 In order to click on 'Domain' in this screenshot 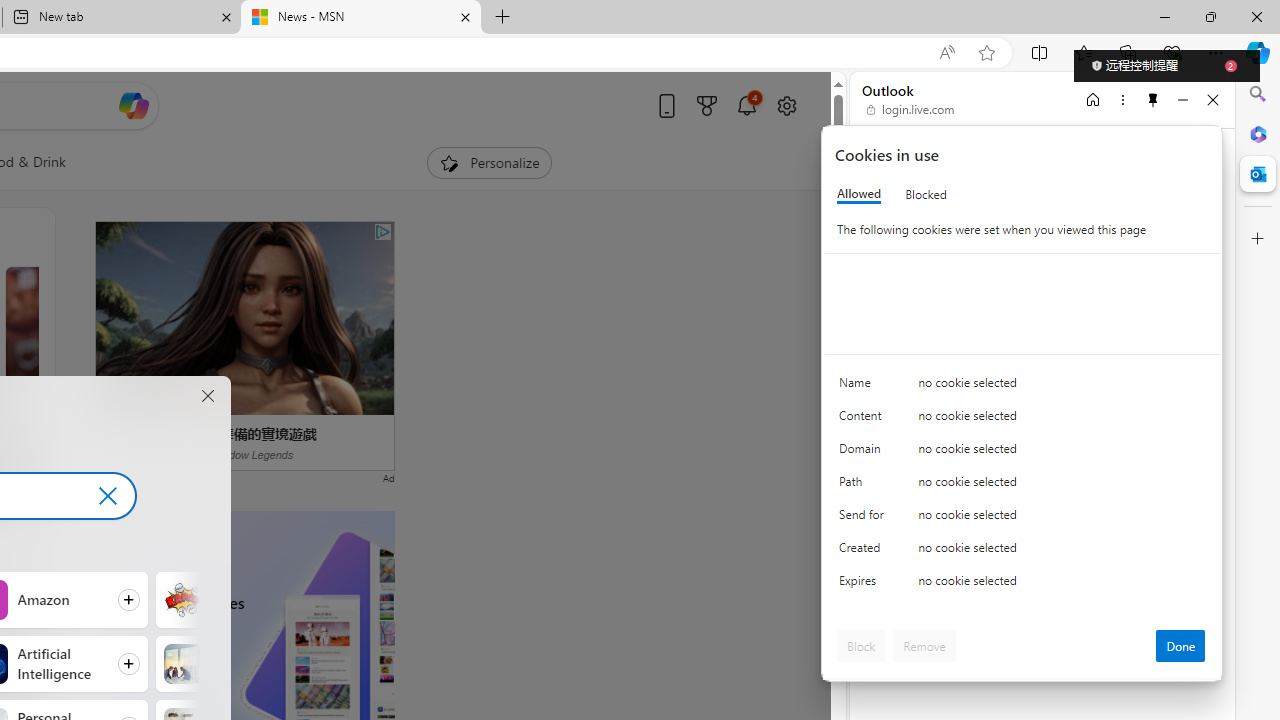, I will do `click(865, 453)`.